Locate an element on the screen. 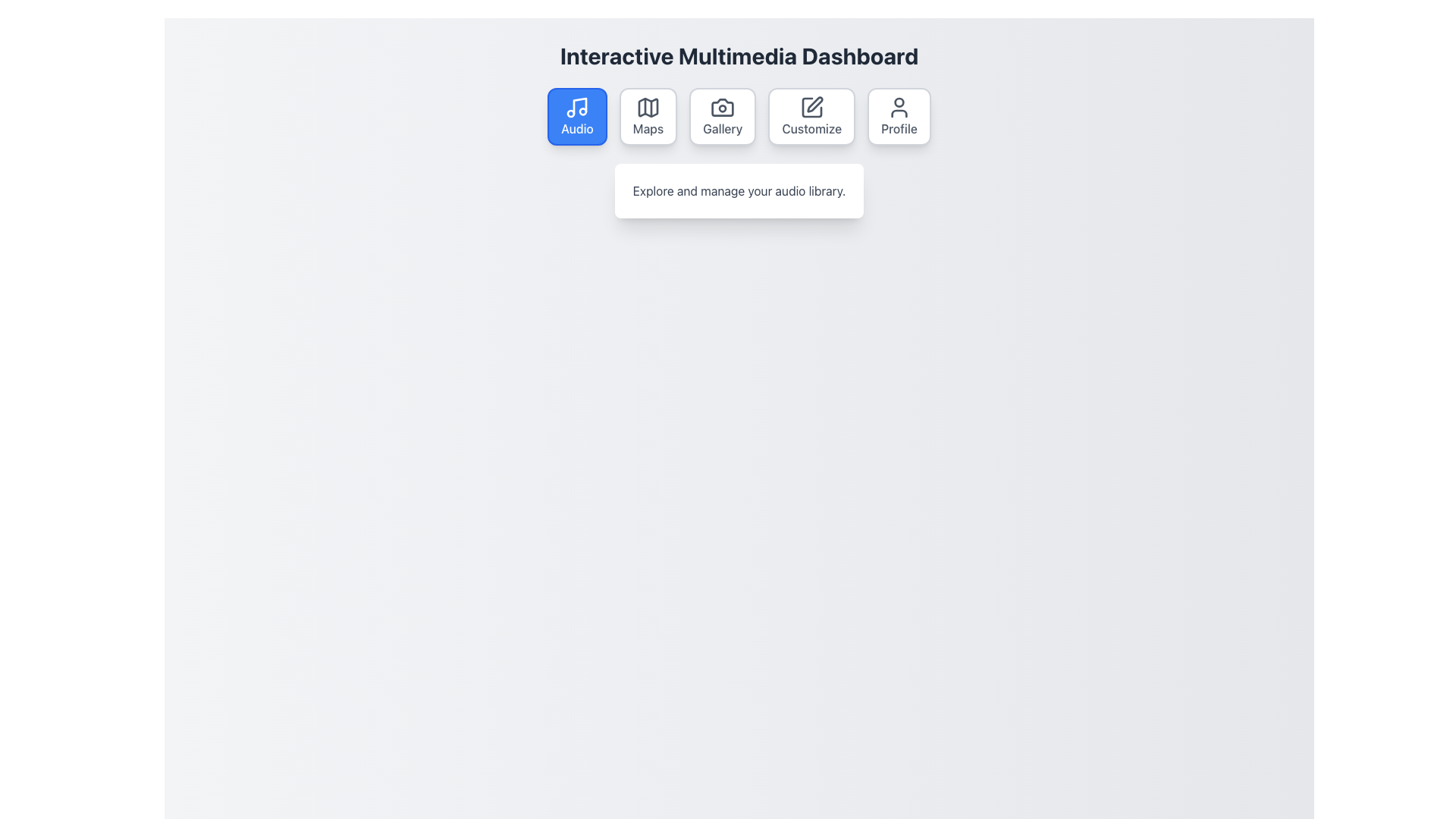 This screenshot has height=819, width=1456. the textual heading 'Interactive Multimedia Dashboard', which is prominently displayed at the top of the interface in bold, large, dark gray font is located at coordinates (739, 55).